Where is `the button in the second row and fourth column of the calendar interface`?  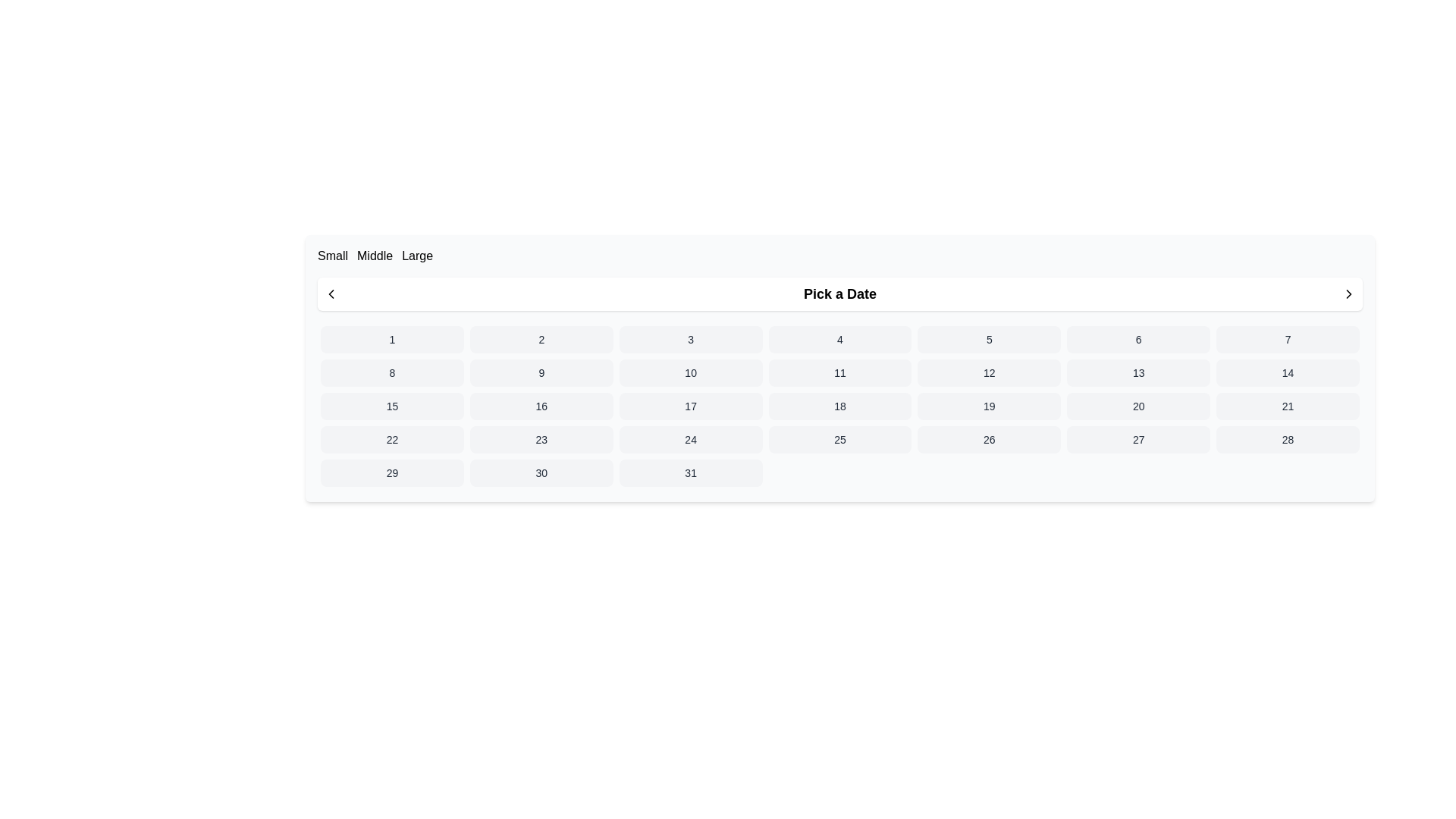
the button in the second row and fourth column of the calendar interface is located at coordinates (839, 373).